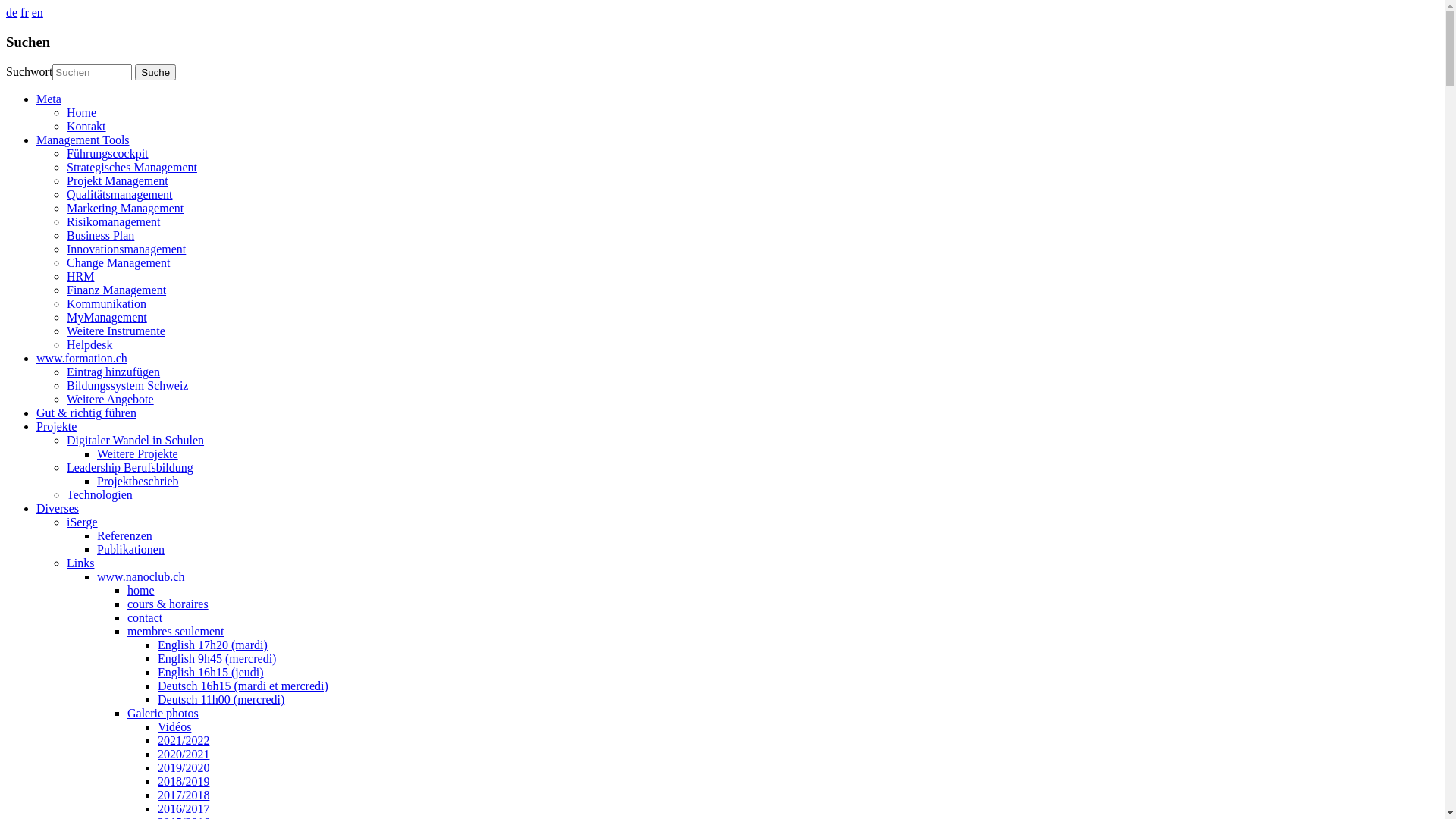  Describe the element at coordinates (138, 481) in the screenshot. I see `'Projektbeschrieb'` at that location.